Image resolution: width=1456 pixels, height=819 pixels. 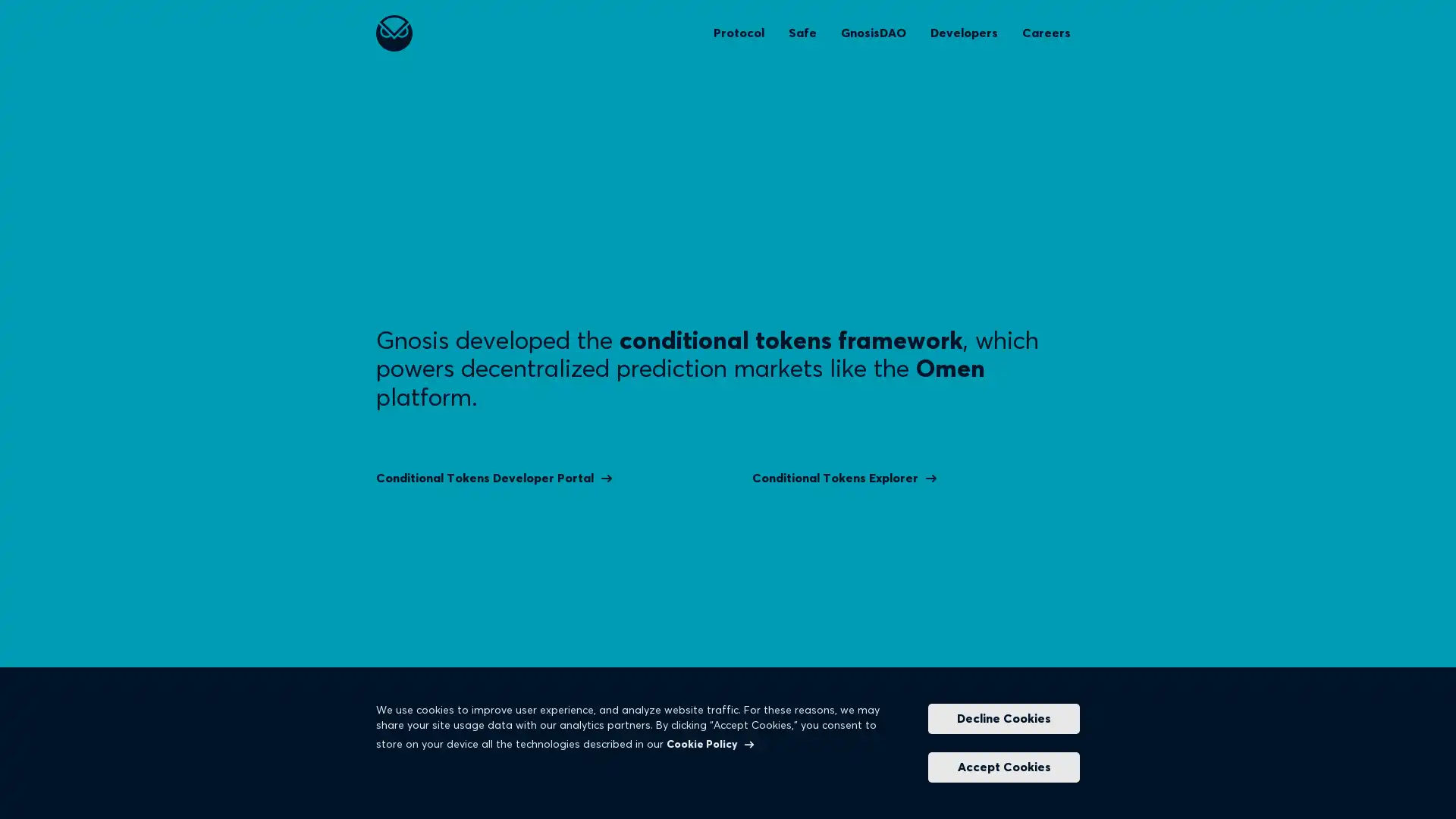 What do you see at coordinates (1004, 718) in the screenshot?
I see `Decline Cookies` at bounding box center [1004, 718].